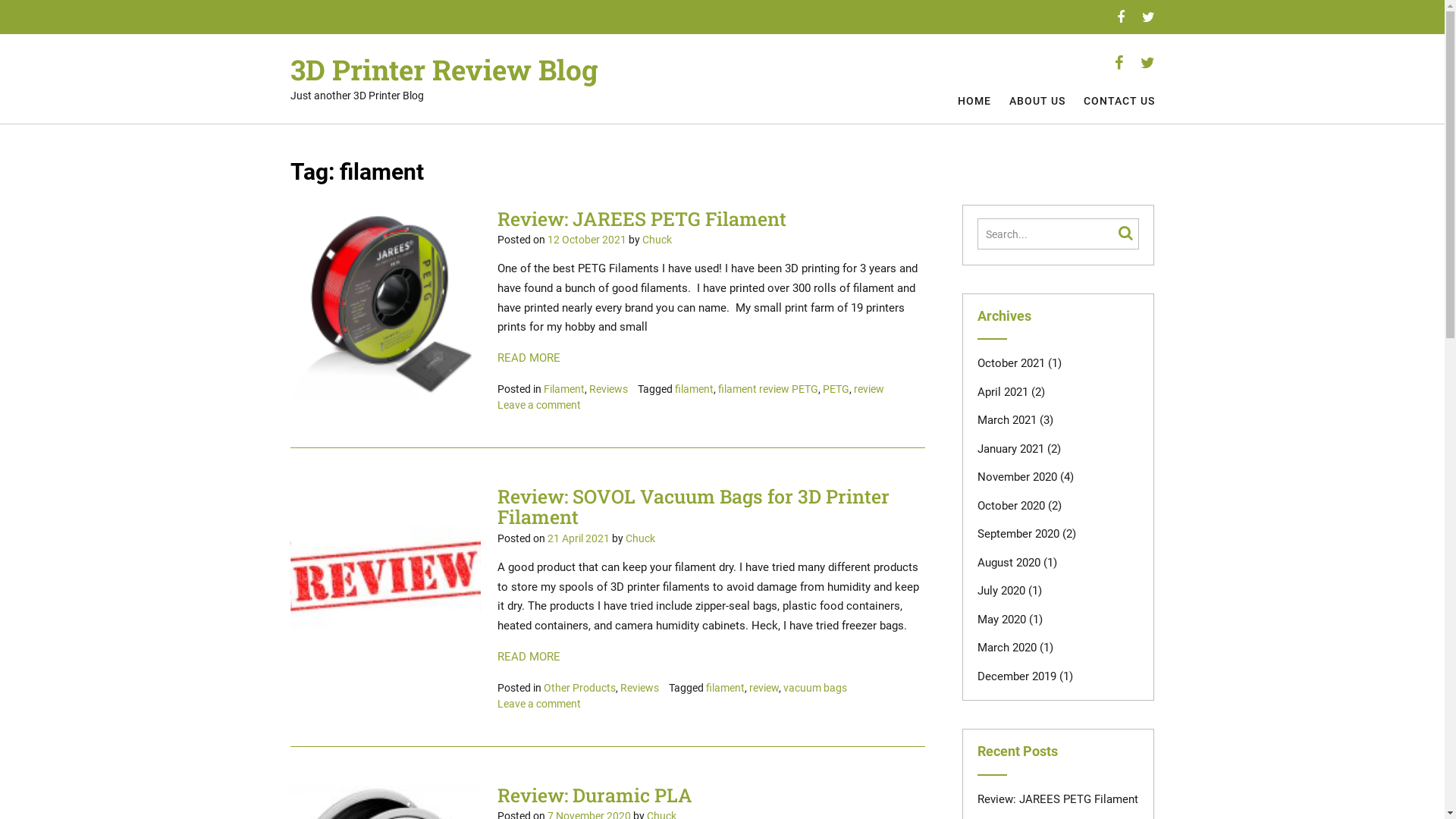 This screenshot has height=819, width=1456. Describe the element at coordinates (977, 420) in the screenshot. I see `'March 2021'` at that location.